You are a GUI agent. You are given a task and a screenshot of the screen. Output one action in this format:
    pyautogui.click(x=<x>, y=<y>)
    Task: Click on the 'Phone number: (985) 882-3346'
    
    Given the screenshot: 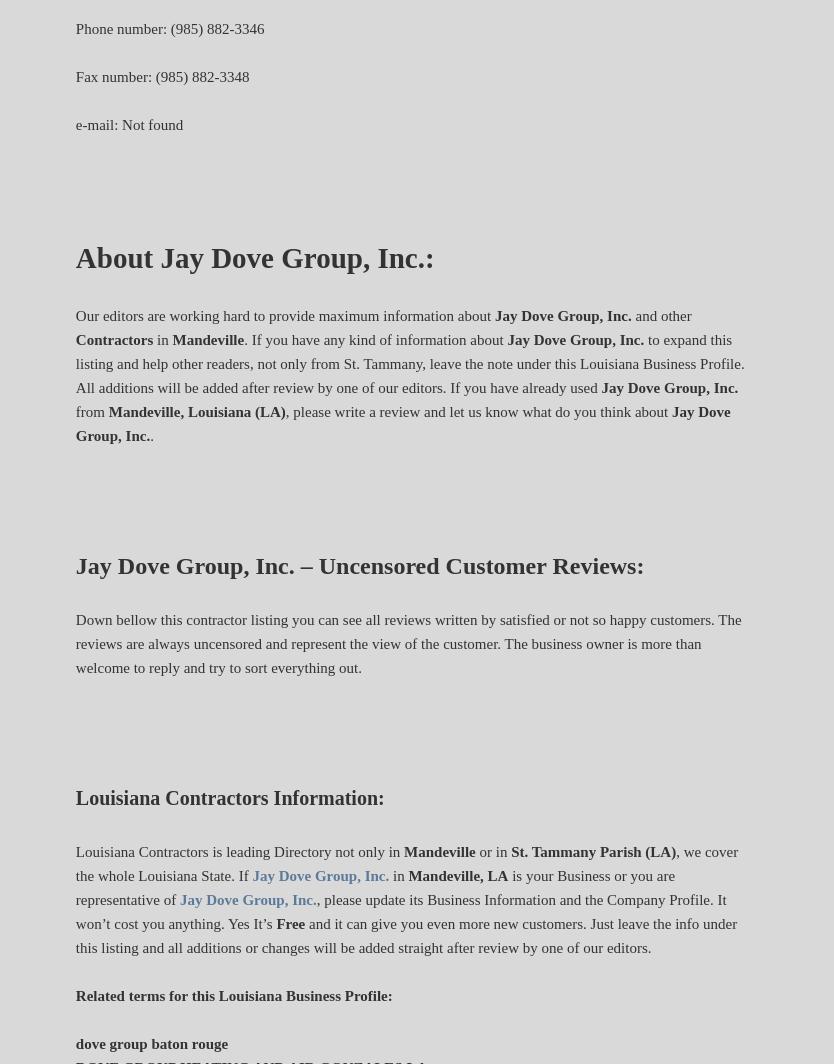 What is the action you would take?
    pyautogui.click(x=169, y=29)
    